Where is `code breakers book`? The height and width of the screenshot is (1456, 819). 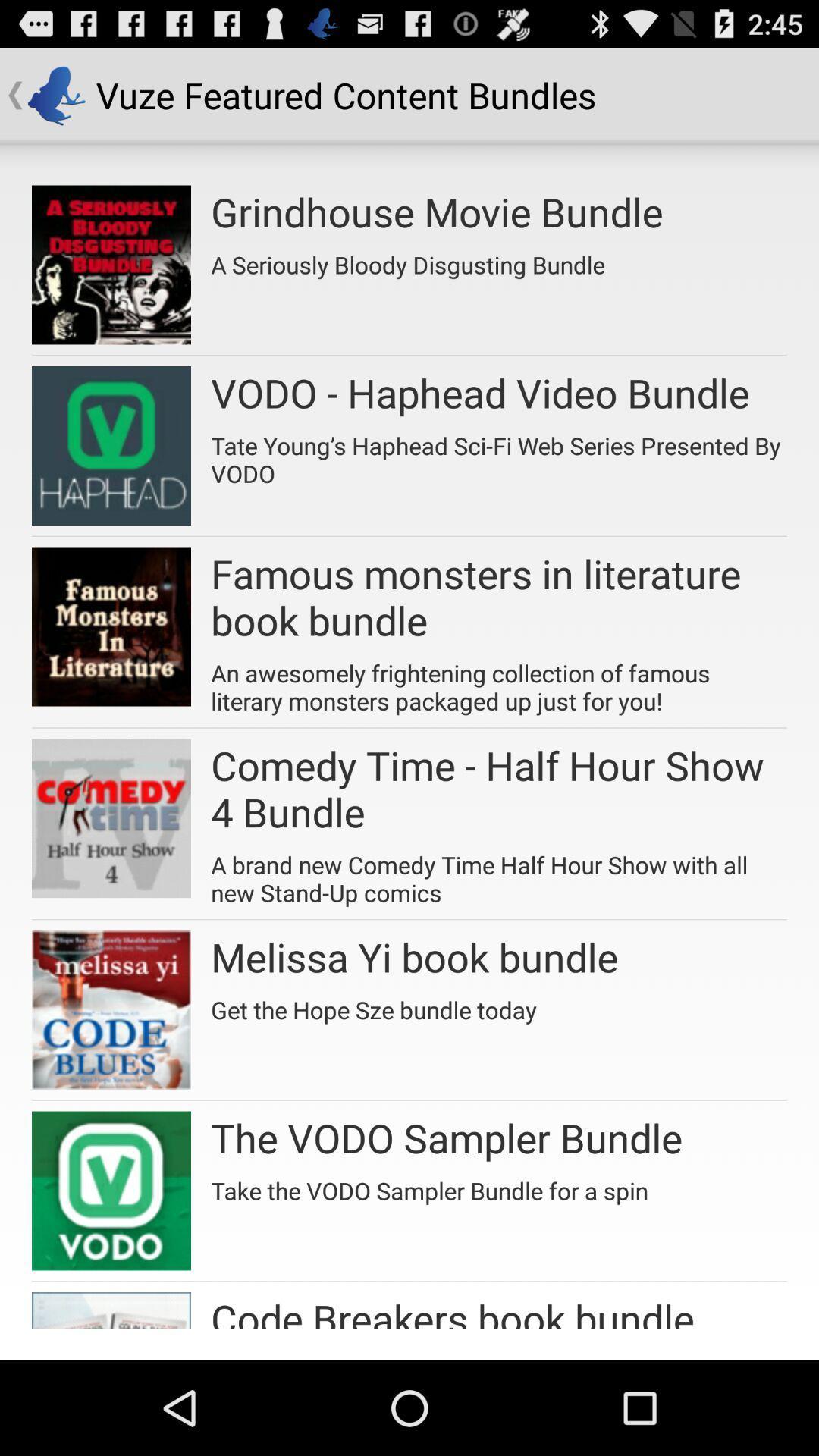
code breakers book is located at coordinates (452, 1310).